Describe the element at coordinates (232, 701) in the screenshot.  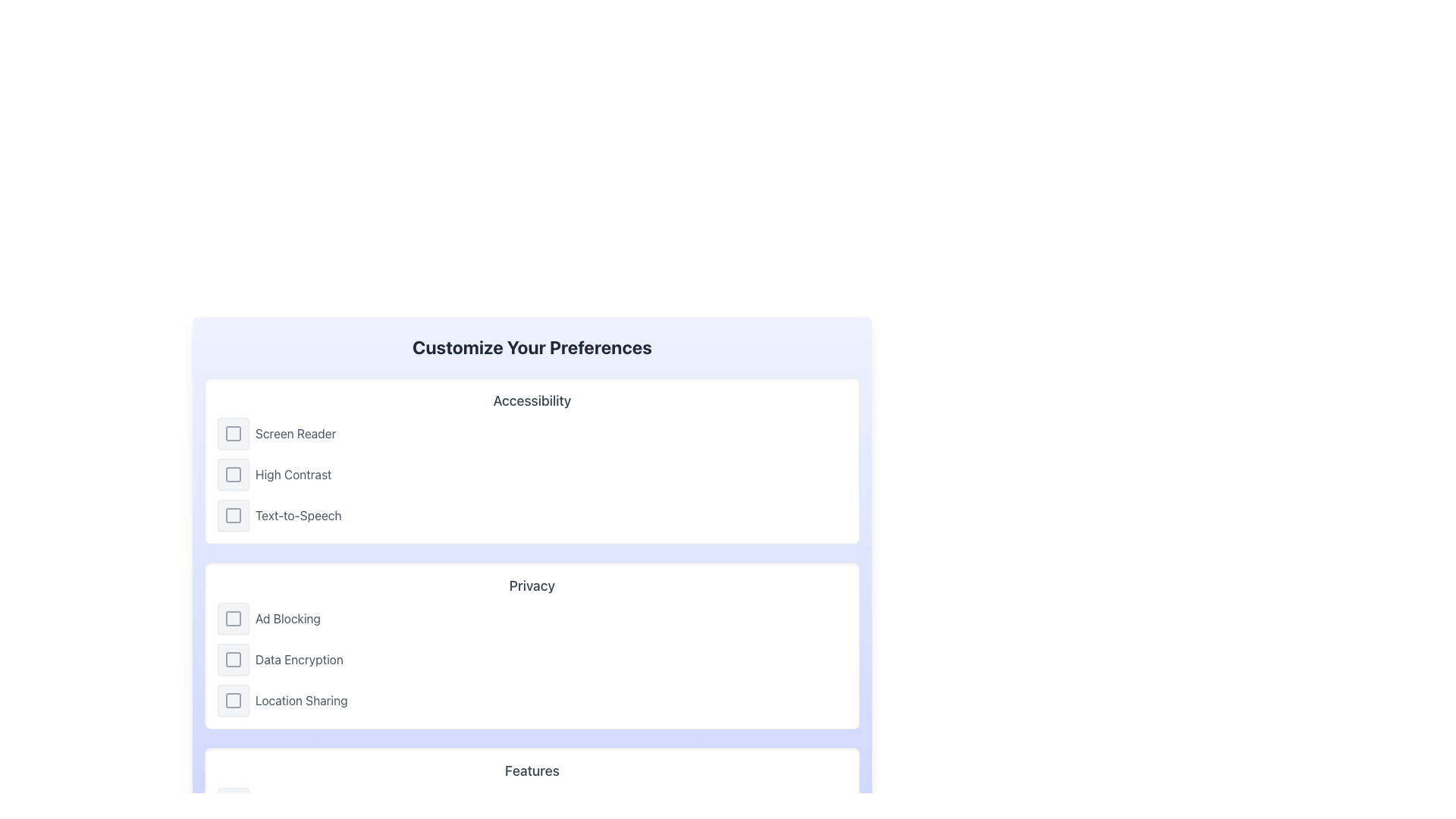
I see `the Checkbox-like component located in the 'Privacy' section, to the left of 'Location Sharing'` at that location.